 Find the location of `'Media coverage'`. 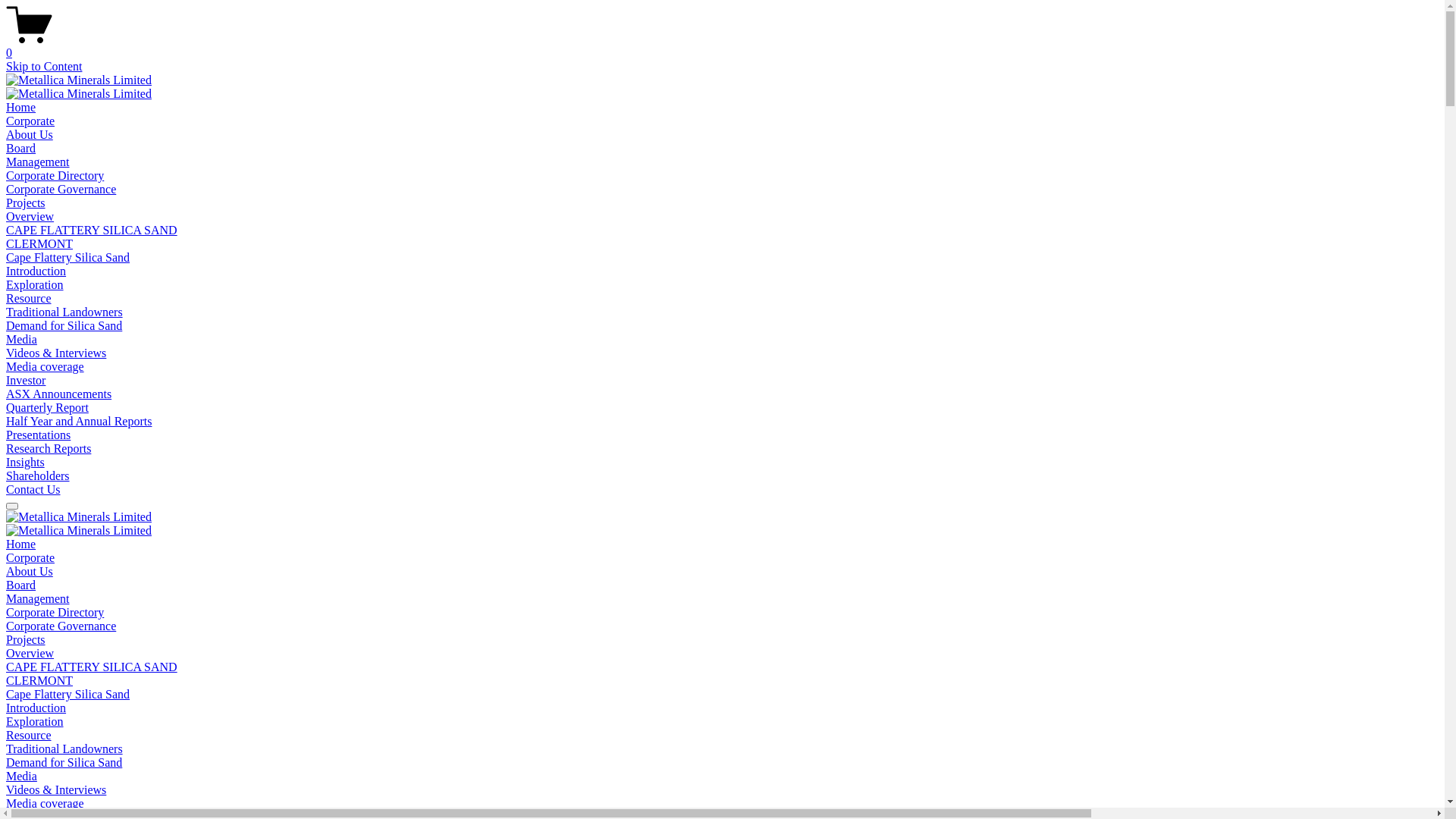

'Media coverage' is located at coordinates (45, 802).